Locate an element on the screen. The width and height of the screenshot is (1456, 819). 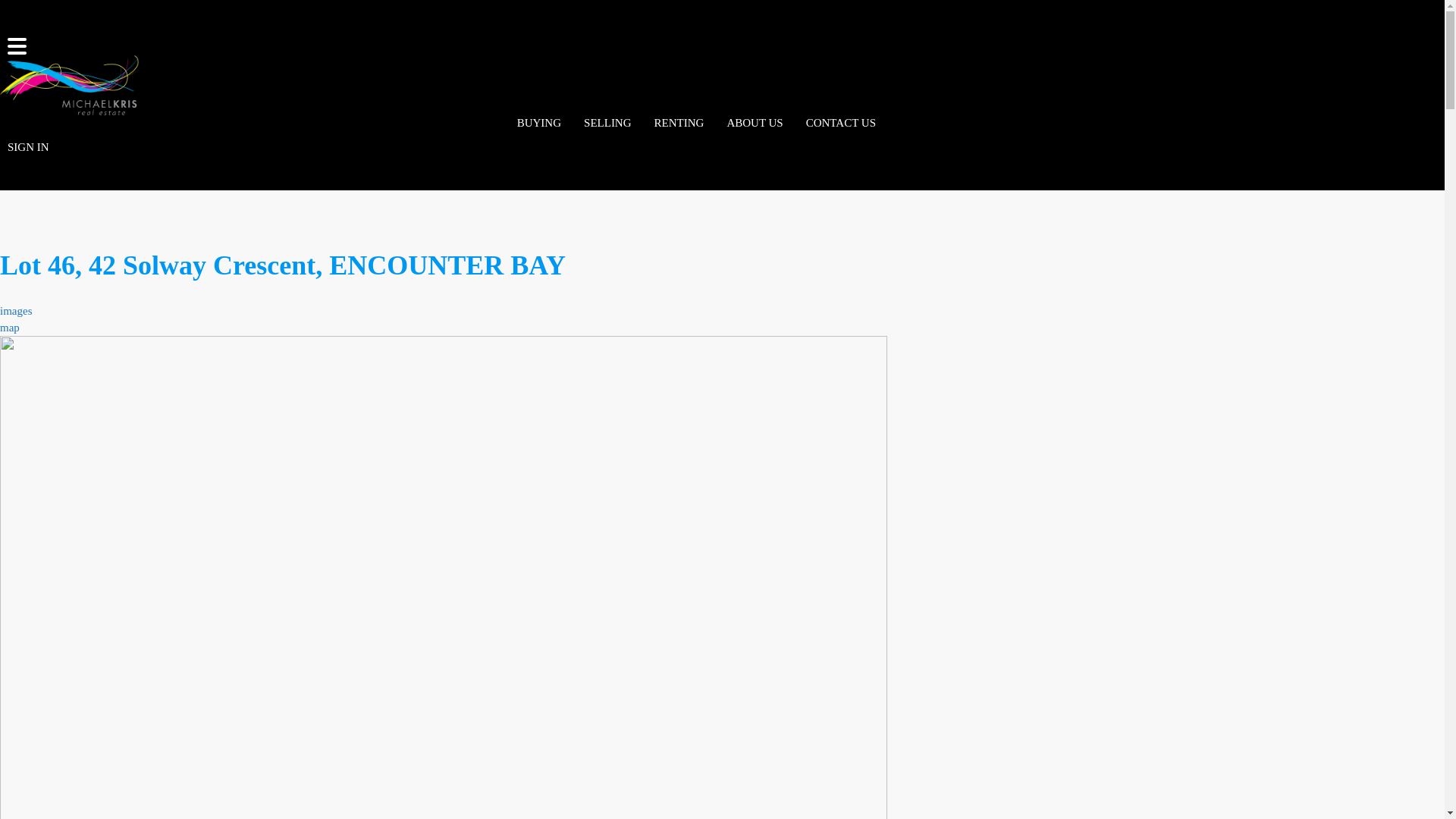
'SIGN IN' is located at coordinates (0, 147).